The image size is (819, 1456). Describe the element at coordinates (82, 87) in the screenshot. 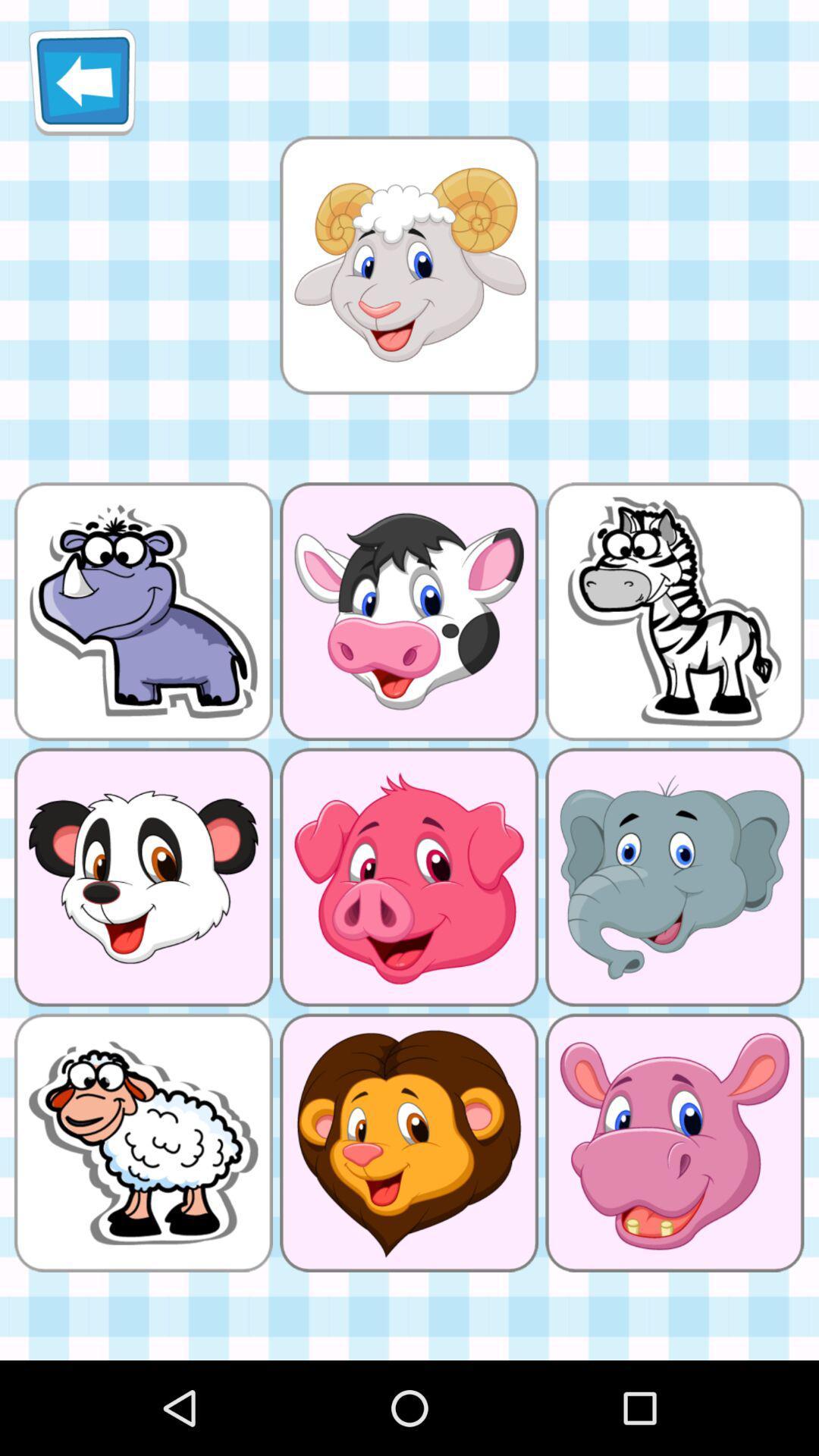

I see `the arrow_backward icon` at that location.